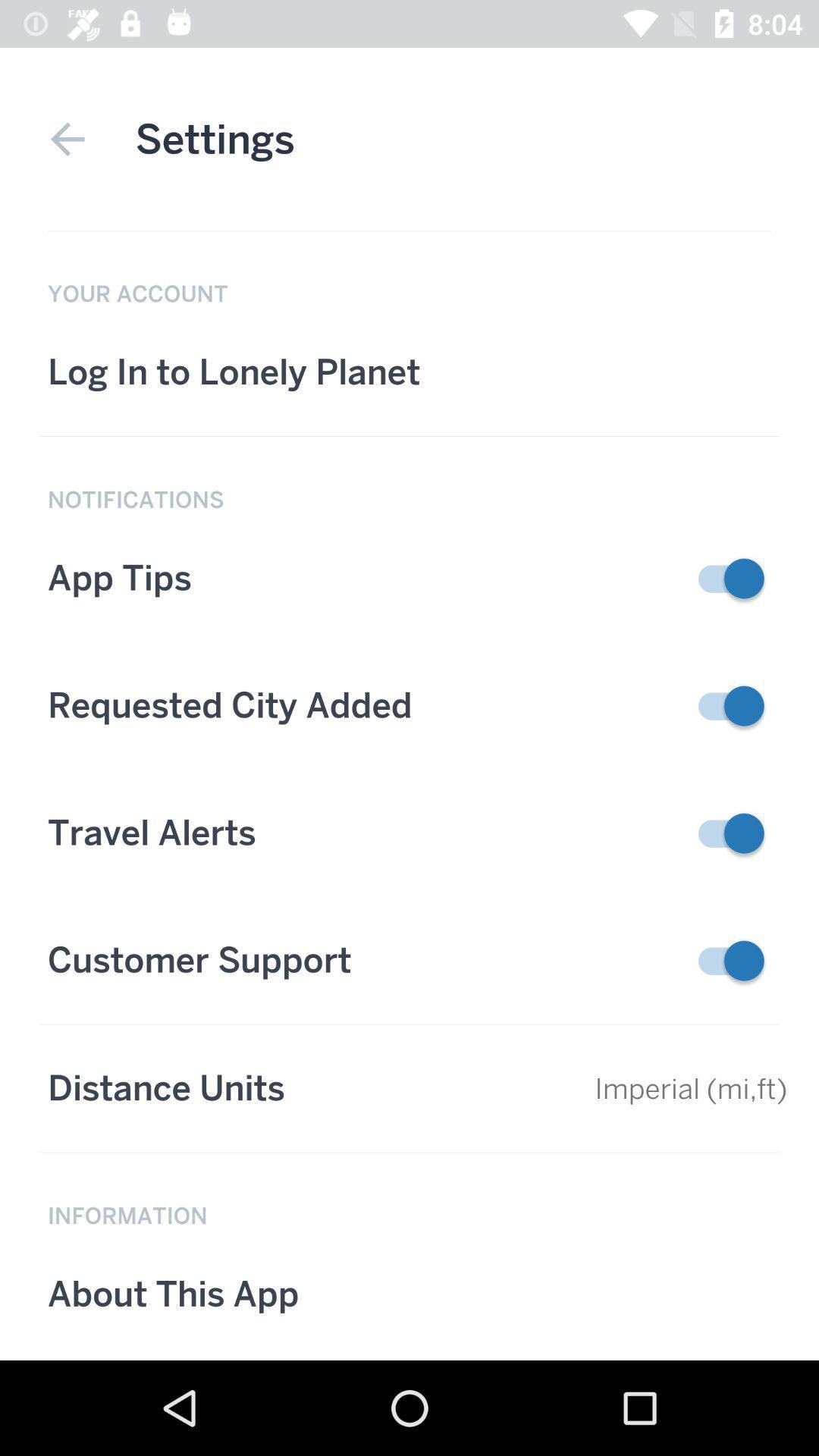 The height and width of the screenshot is (1456, 819). What do you see at coordinates (409, 578) in the screenshot?
I see `the tab below text notification` at bounding box center [409, 578].